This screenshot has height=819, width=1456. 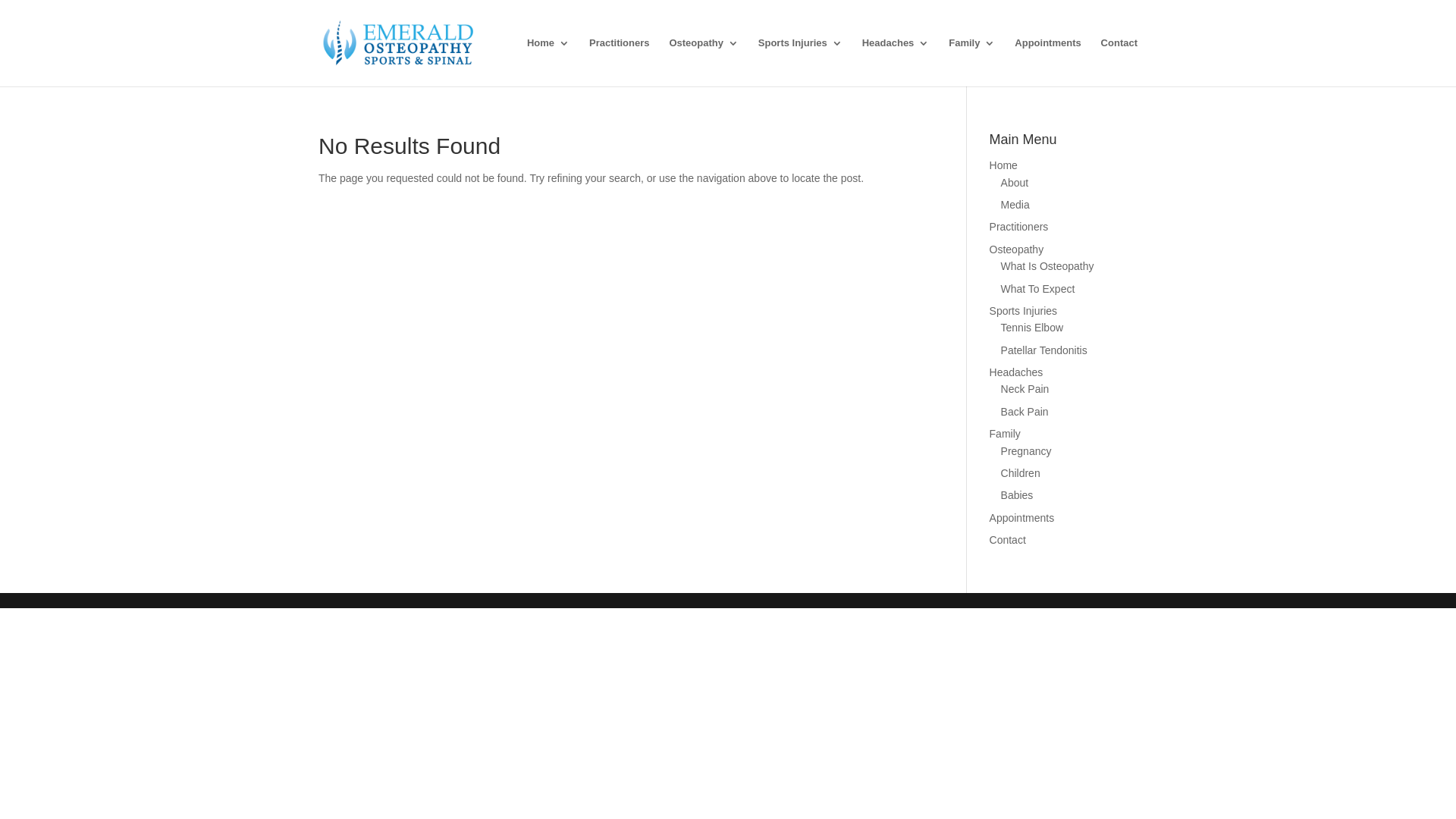 What do you see at coordinates (1015, 181) in the screenshot?
I see `'About'` at bounding box center [1015, 181].